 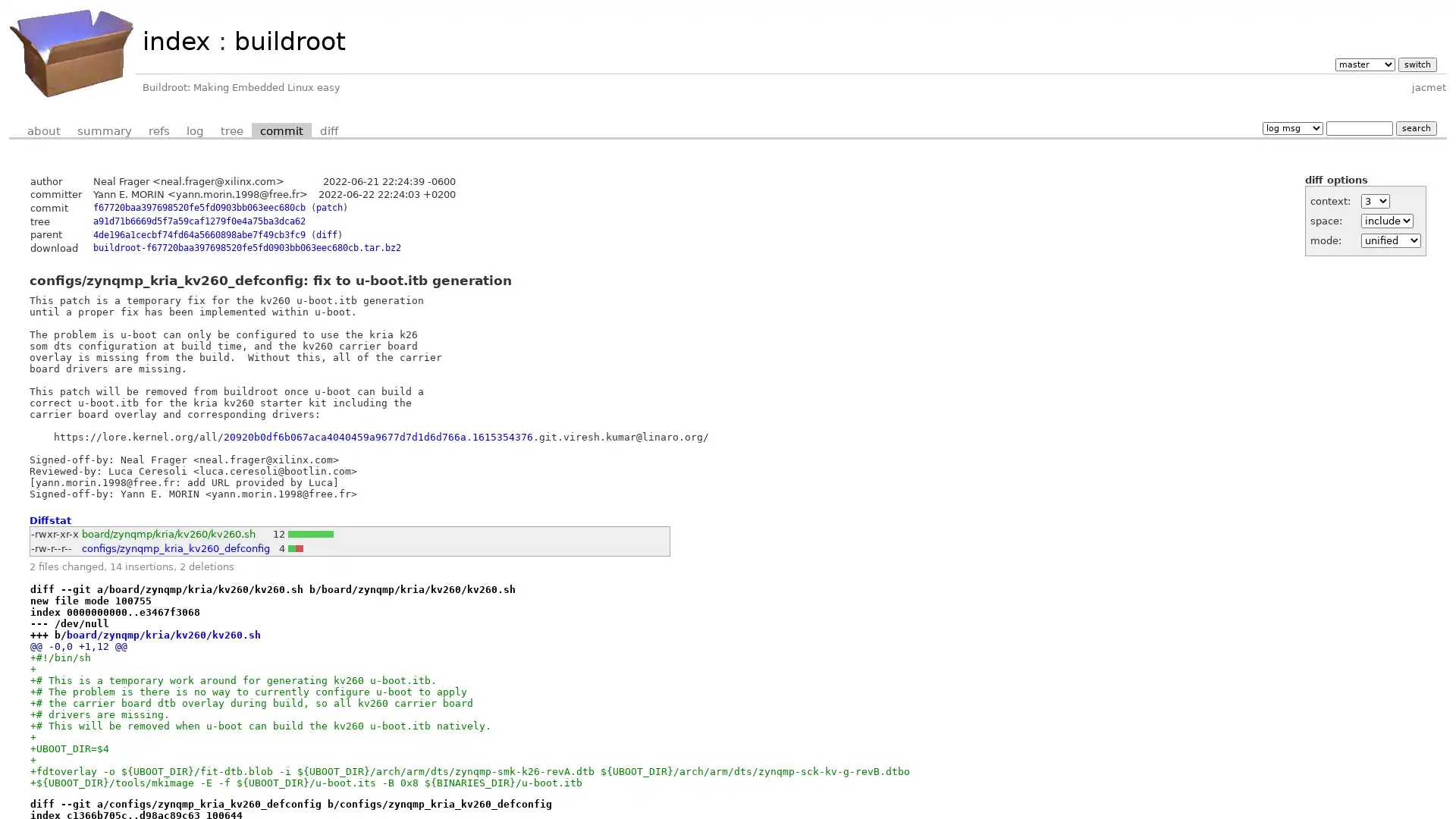 I want to click on switch, so click(x=1416, y=63).